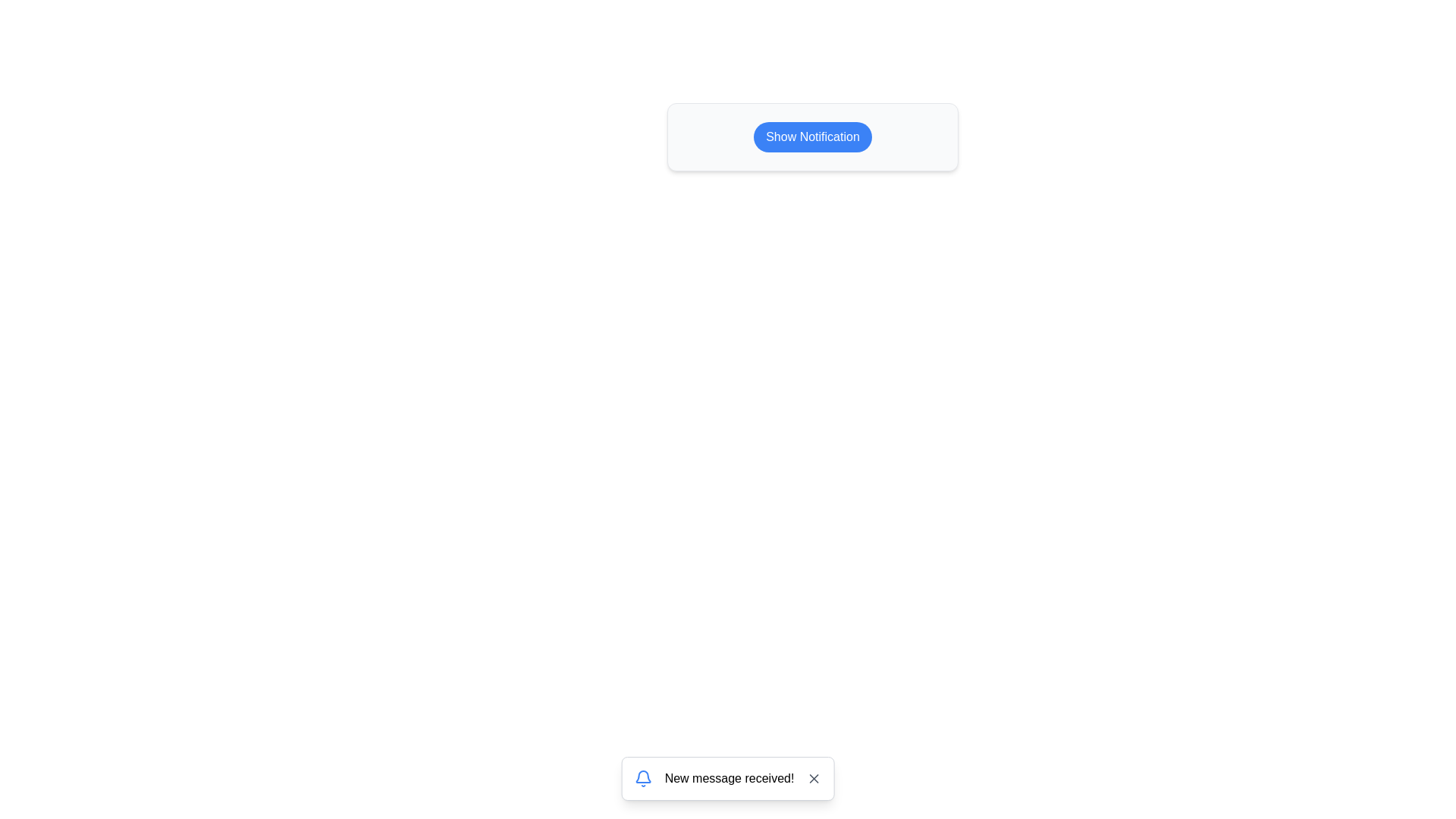 The image size is (1456, 819). Describe the element at coordinates (643, 778) in the screenshot. I see `the notification icon to observe its context` at that location.